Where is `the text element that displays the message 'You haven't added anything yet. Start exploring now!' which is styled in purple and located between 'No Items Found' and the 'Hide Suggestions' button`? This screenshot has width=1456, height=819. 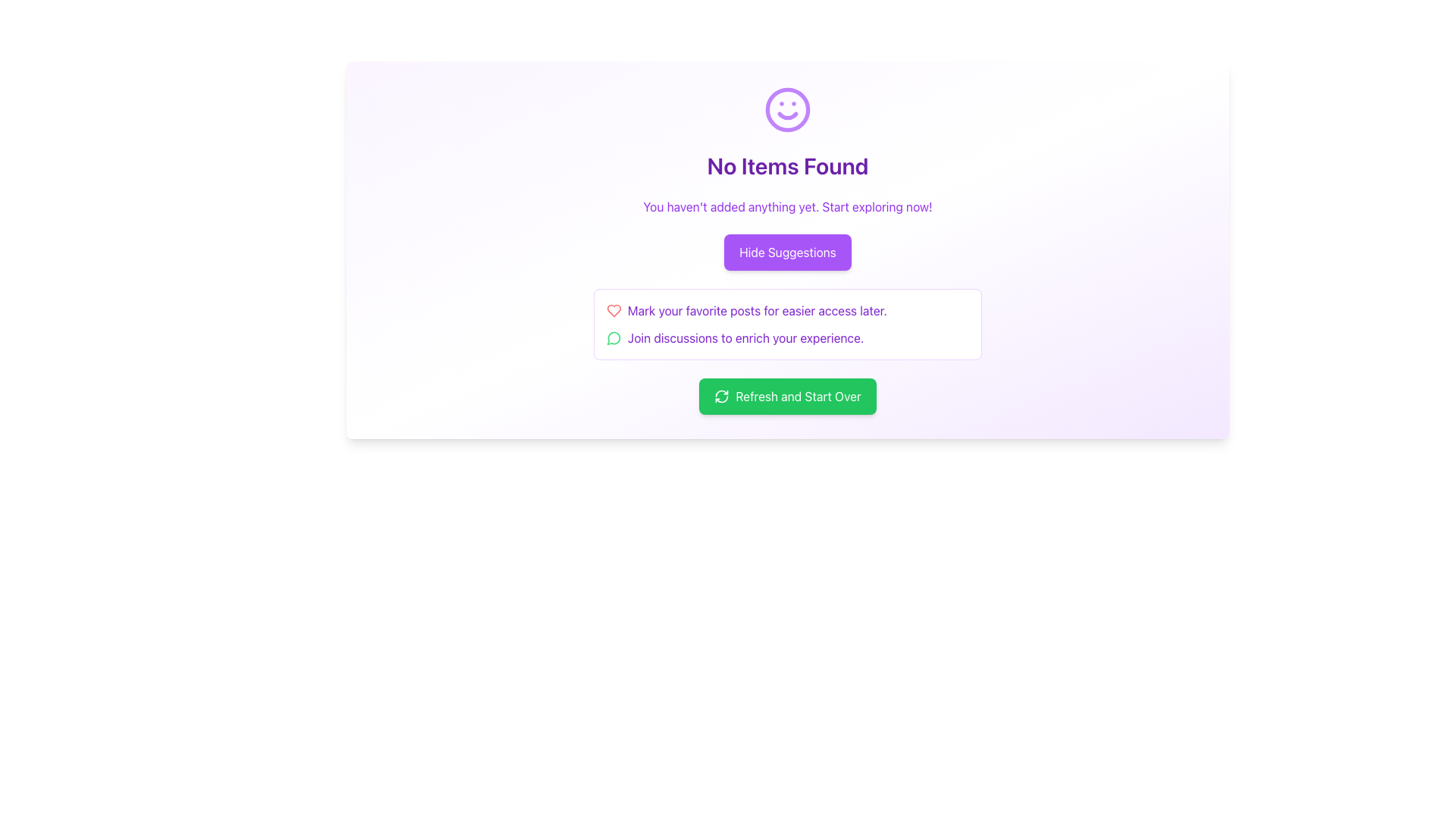 the text element that displays the message 'You haven't added anything yet. Start exploring now!' which is styled in purple and located between 'No Items Found' and the 'Hide Suggestions' button is located at coordinates (787, 207).